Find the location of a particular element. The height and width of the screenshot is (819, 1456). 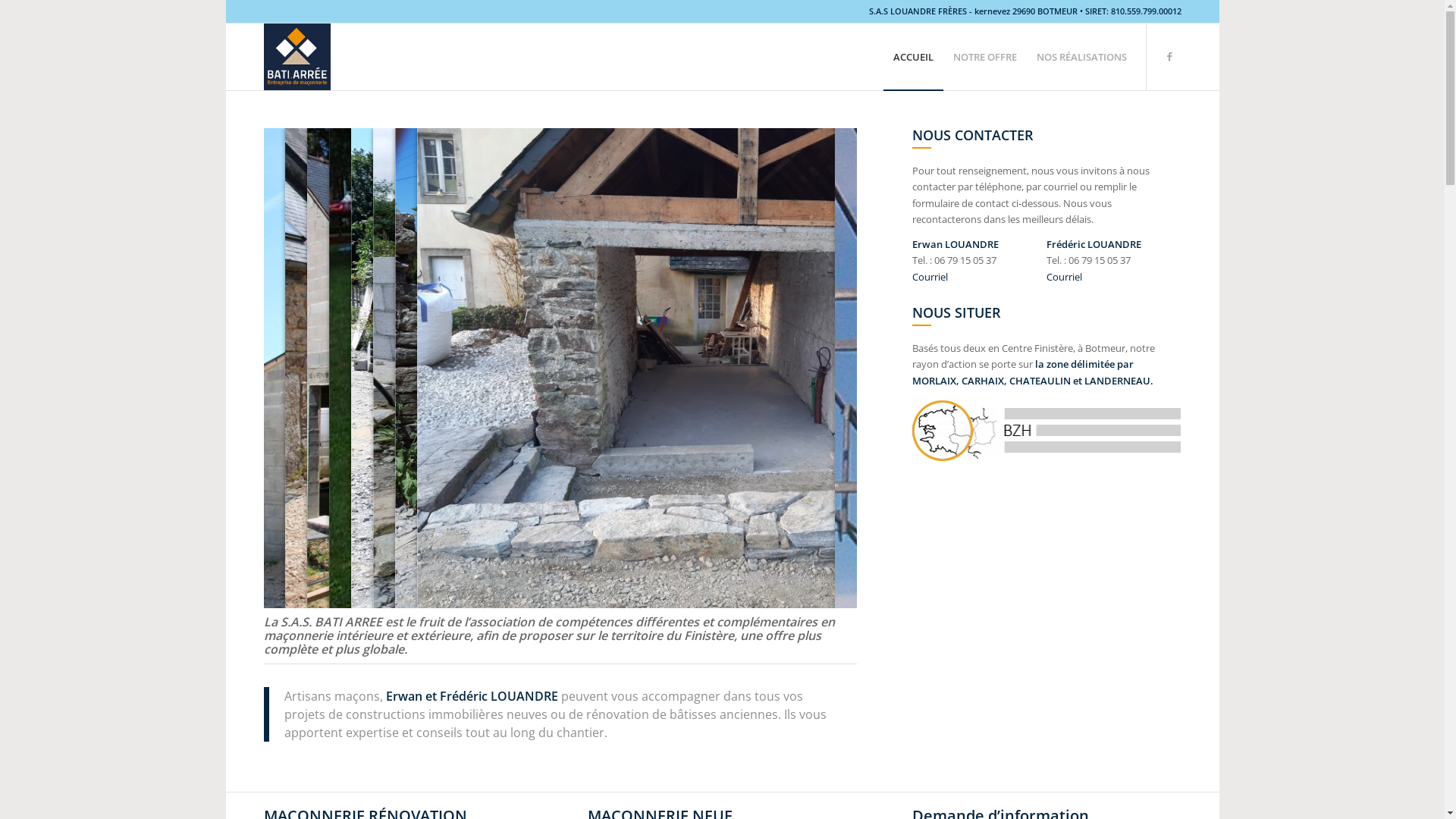

'Facebook' is located at coordinates (1169, 55).